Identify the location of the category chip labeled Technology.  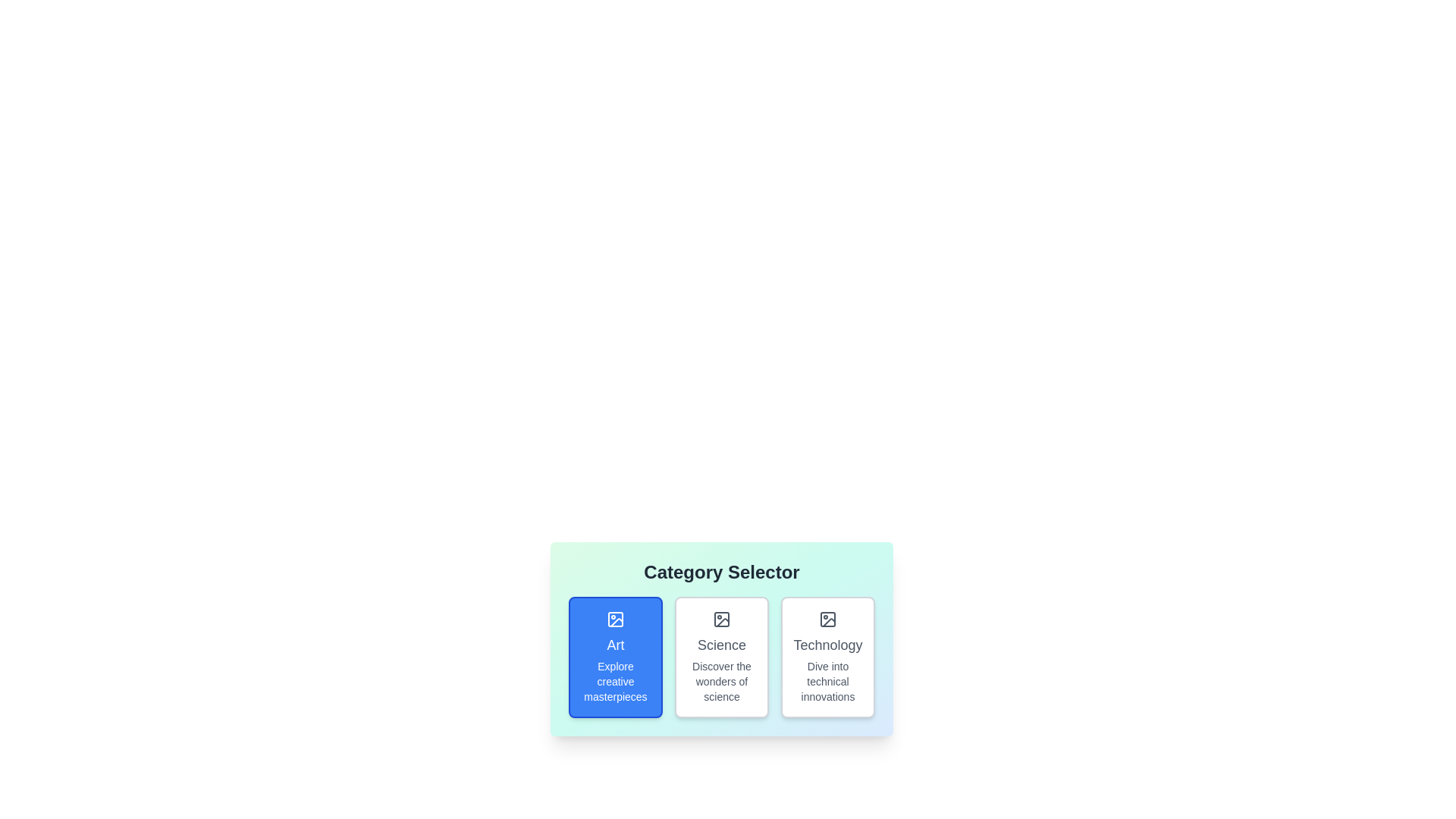
(827, 657).